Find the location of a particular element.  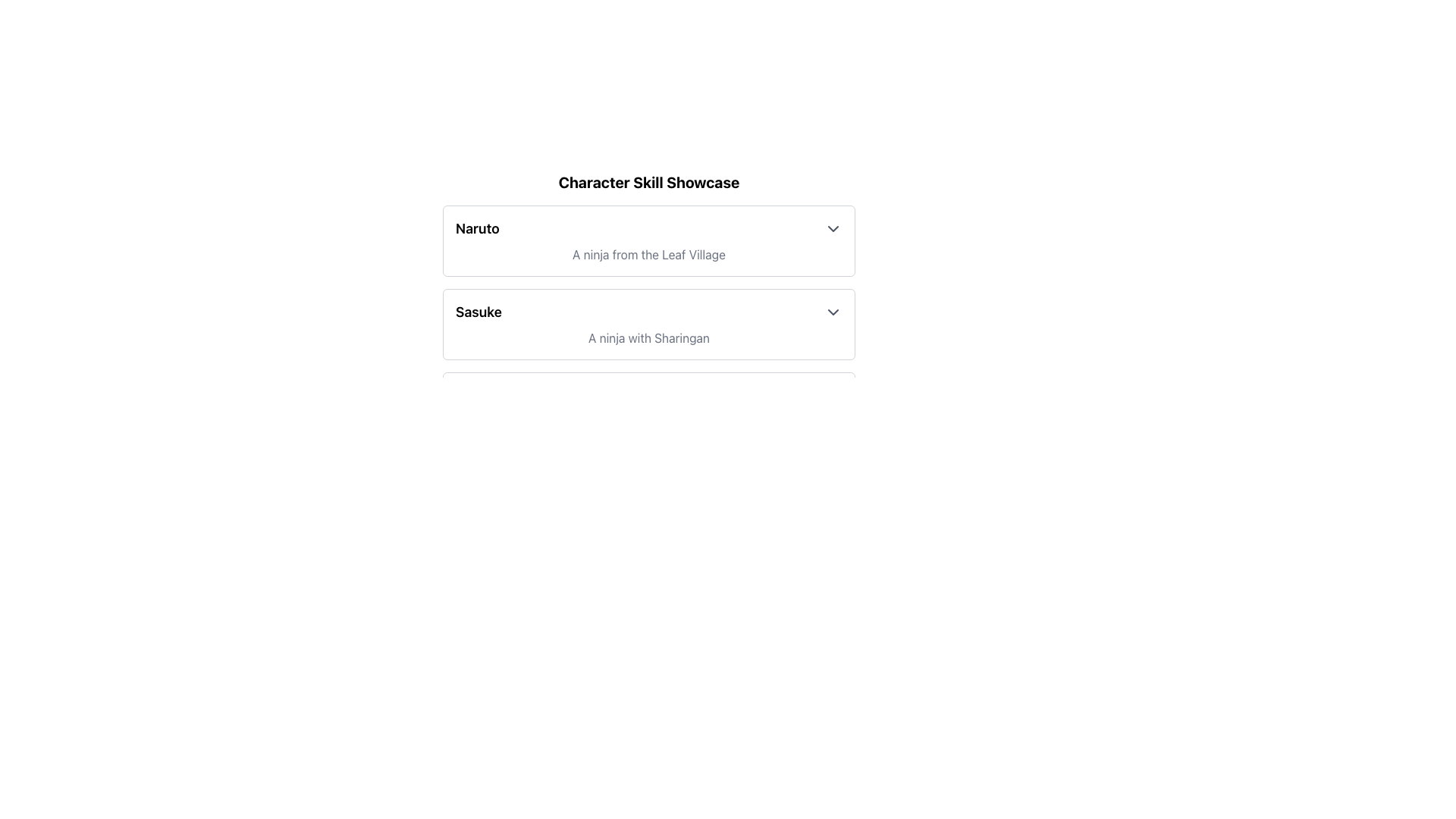

the Dropdown Header labeled 'Sasuke' for keyboard navigation is located at coordinates (648, 312).